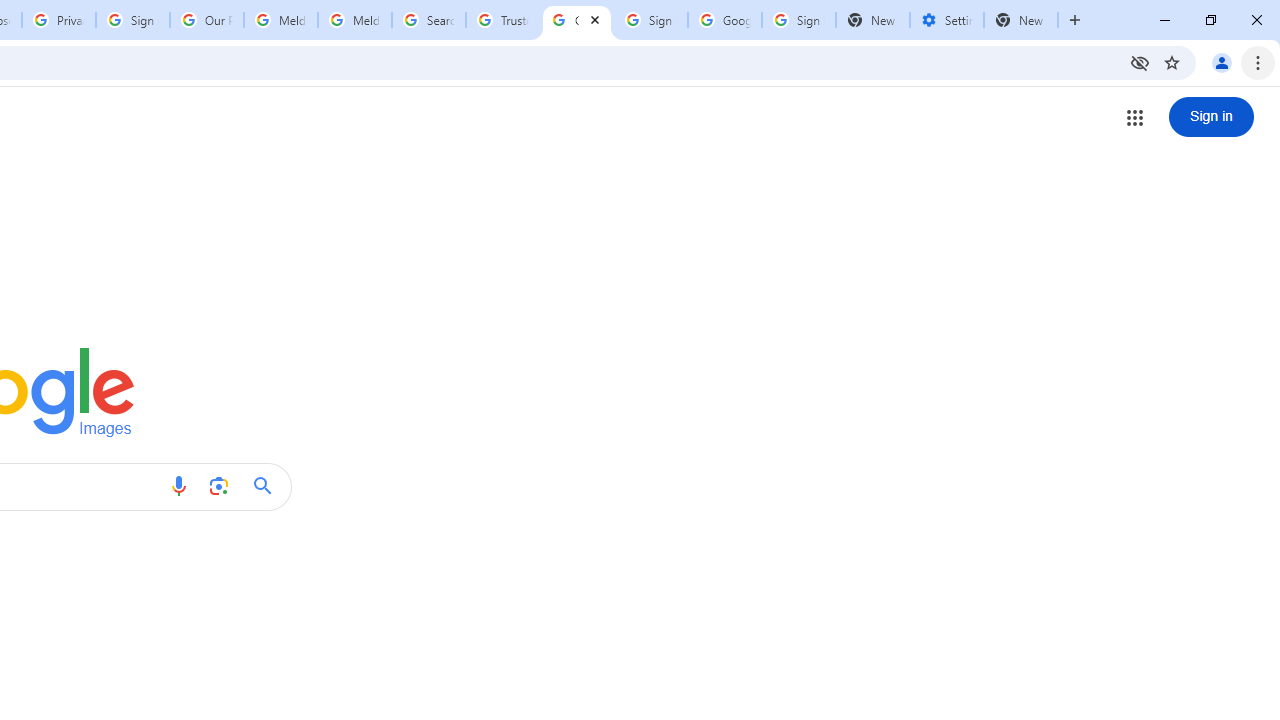  What do you see at coordinates (1139, 61) in the screenshot?
I see `'Third-party cookies blocked'` at bounding box center [1139, 61].